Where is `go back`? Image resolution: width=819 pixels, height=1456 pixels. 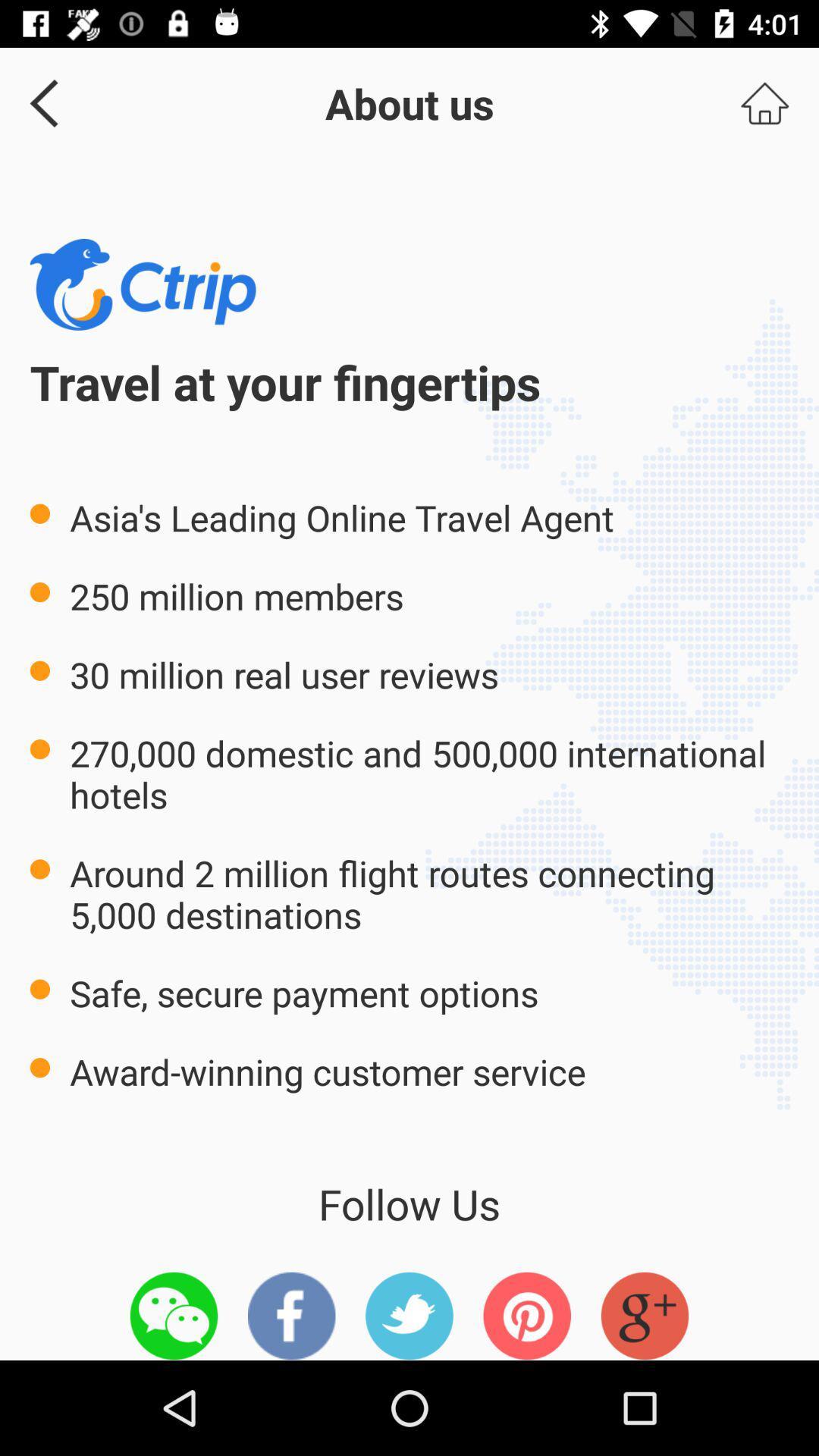
go back is located at coordinates (38, 102).